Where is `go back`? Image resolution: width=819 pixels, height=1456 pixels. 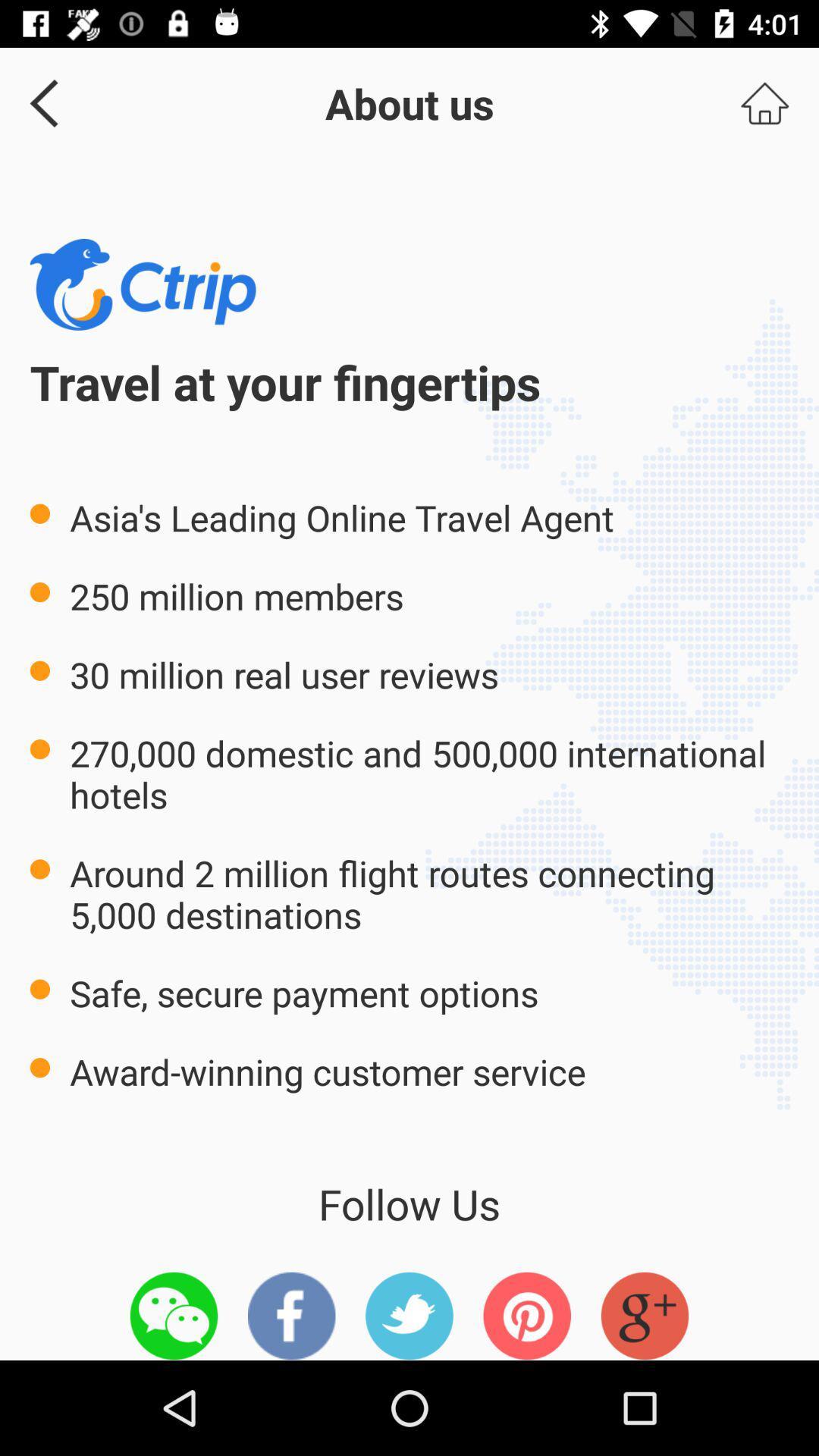
go back is located at coordinates (38, 102).